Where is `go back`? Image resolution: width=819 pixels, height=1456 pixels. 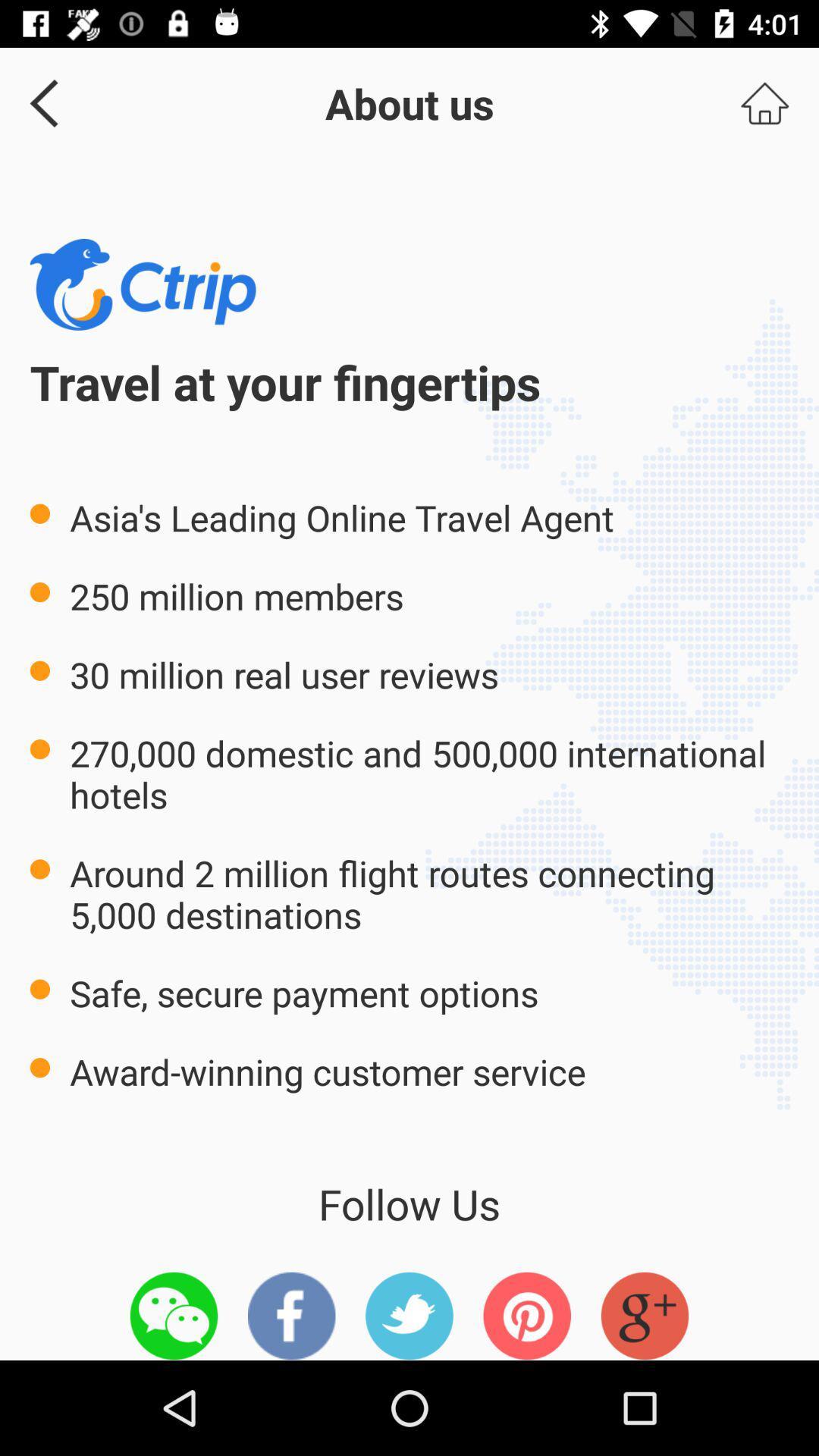
go back is located at coordinates (38, 102).